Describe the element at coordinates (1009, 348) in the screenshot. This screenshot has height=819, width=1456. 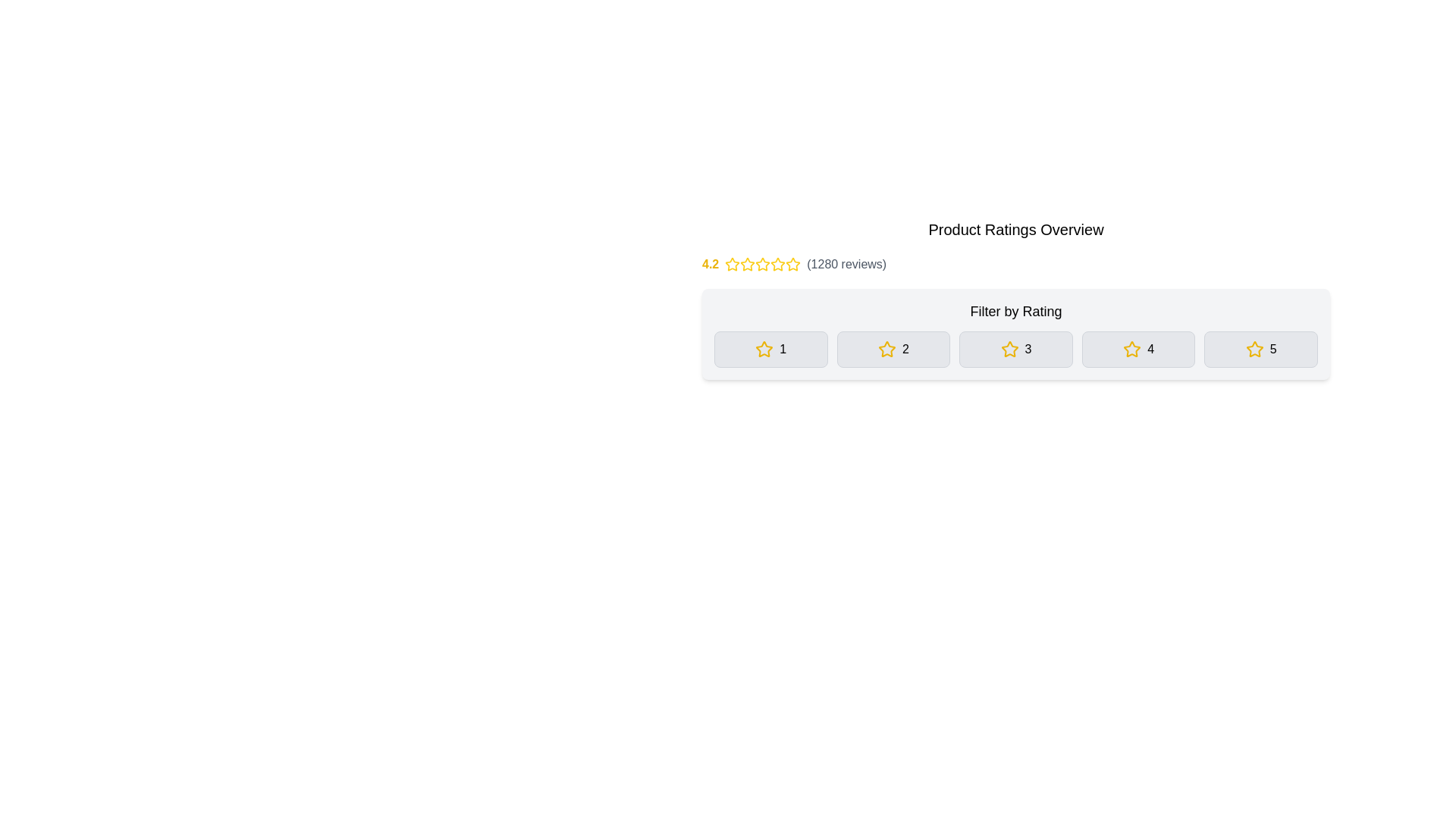
I see `the third star icon button in the rating filter section to filter and display items or reviews with a rating of three stars` at that location.